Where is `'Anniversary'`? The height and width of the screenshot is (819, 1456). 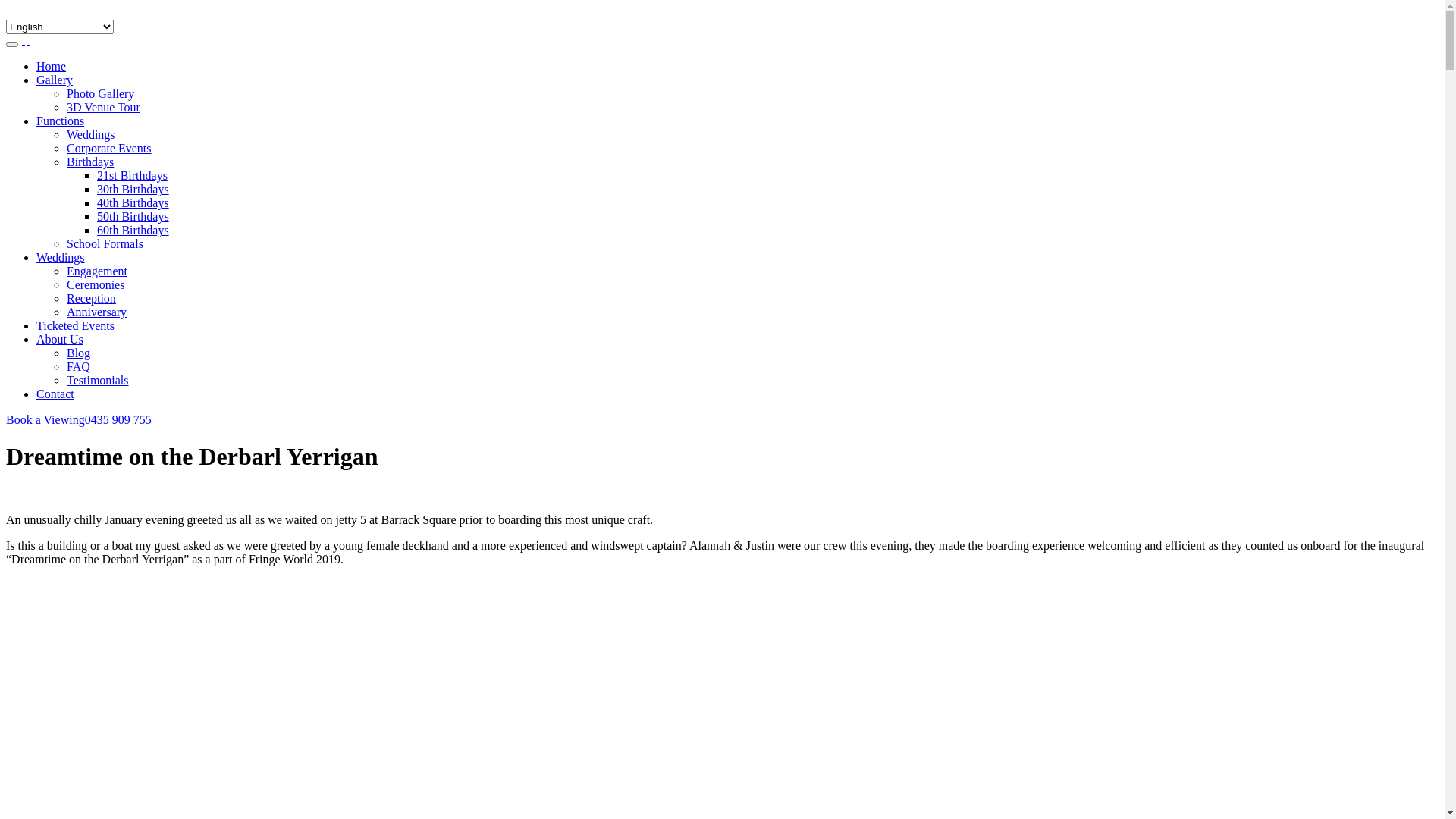 'Anniversary' is located at coordinates (96, 311).